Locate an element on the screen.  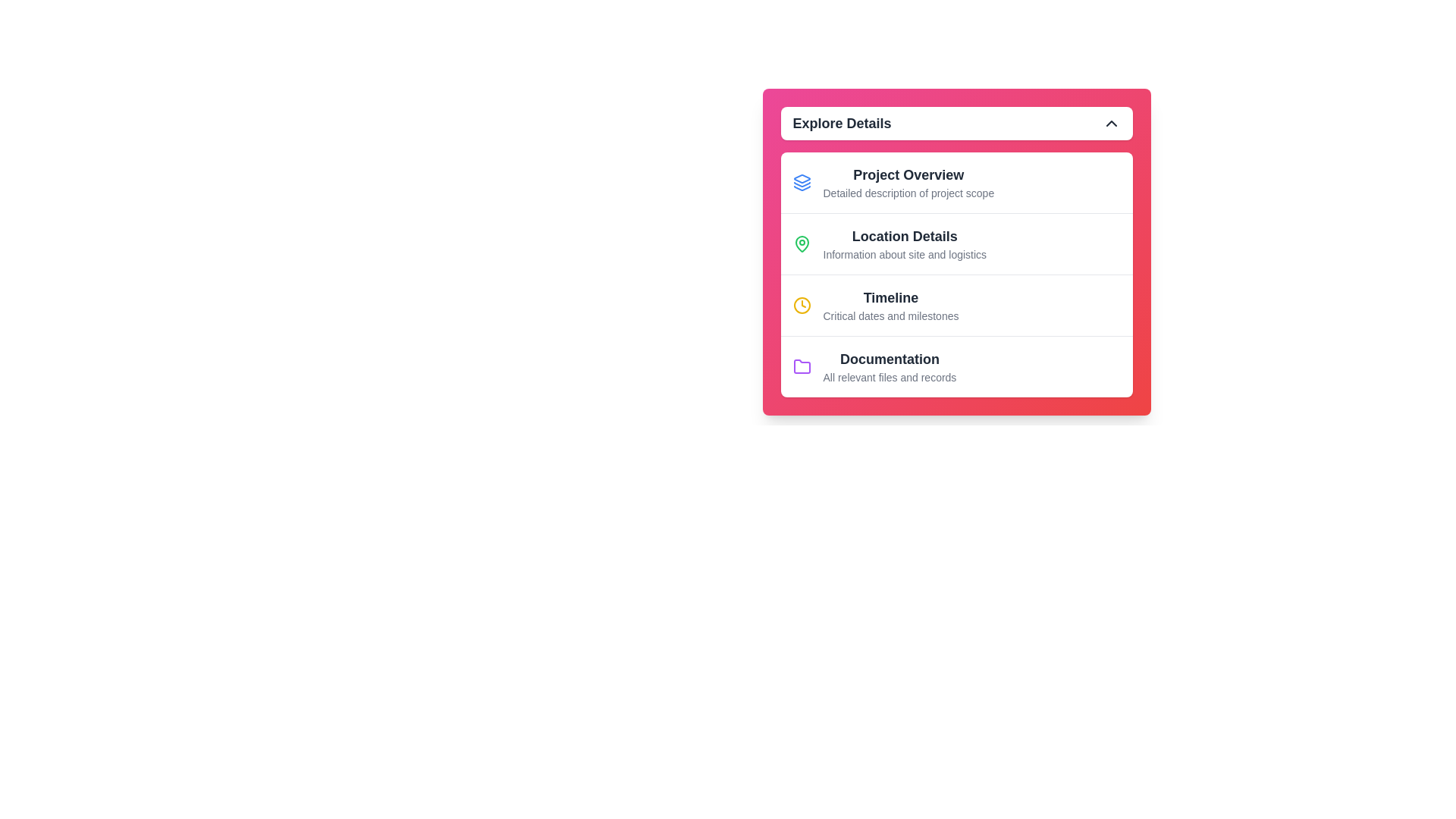
the second list item under the 'Explore Details' header is located at coordinates (955, 243).